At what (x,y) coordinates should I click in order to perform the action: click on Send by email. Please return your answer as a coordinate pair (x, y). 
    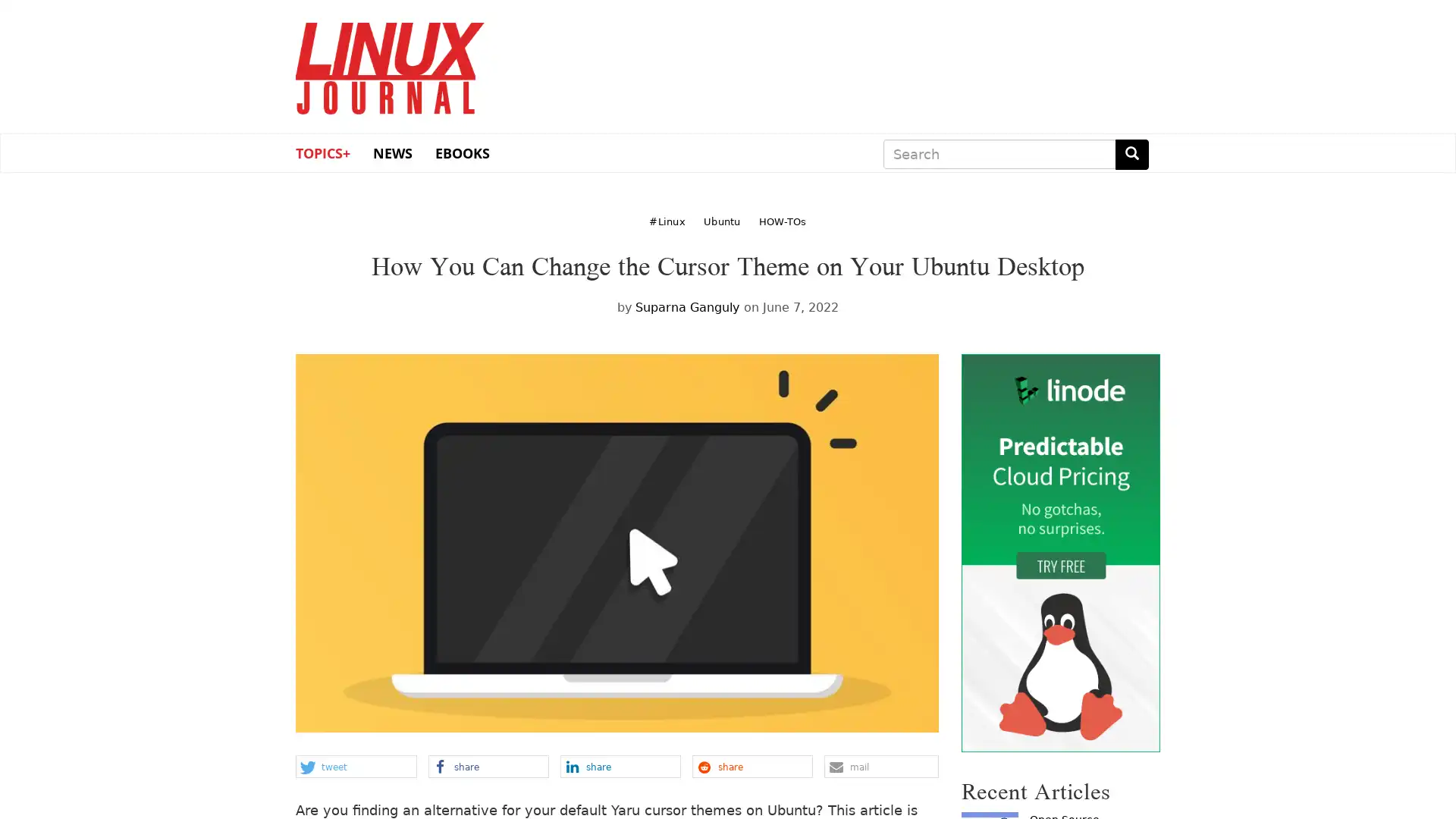
    Looking at the image, I should click on (880, 766).